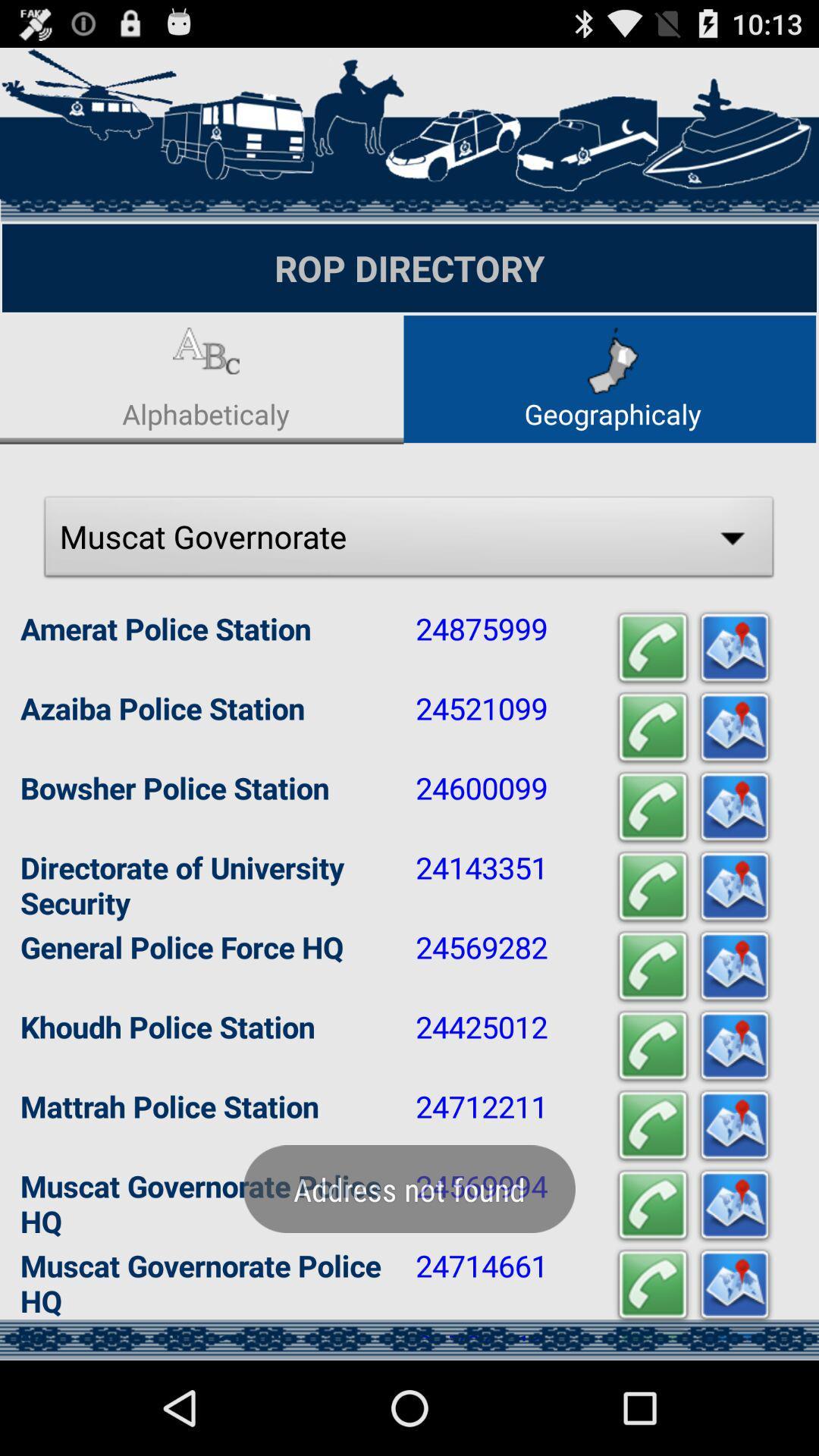 The width and height of the screenshot is (819, 1456). I want to click on the call icon, so click(651, 693).